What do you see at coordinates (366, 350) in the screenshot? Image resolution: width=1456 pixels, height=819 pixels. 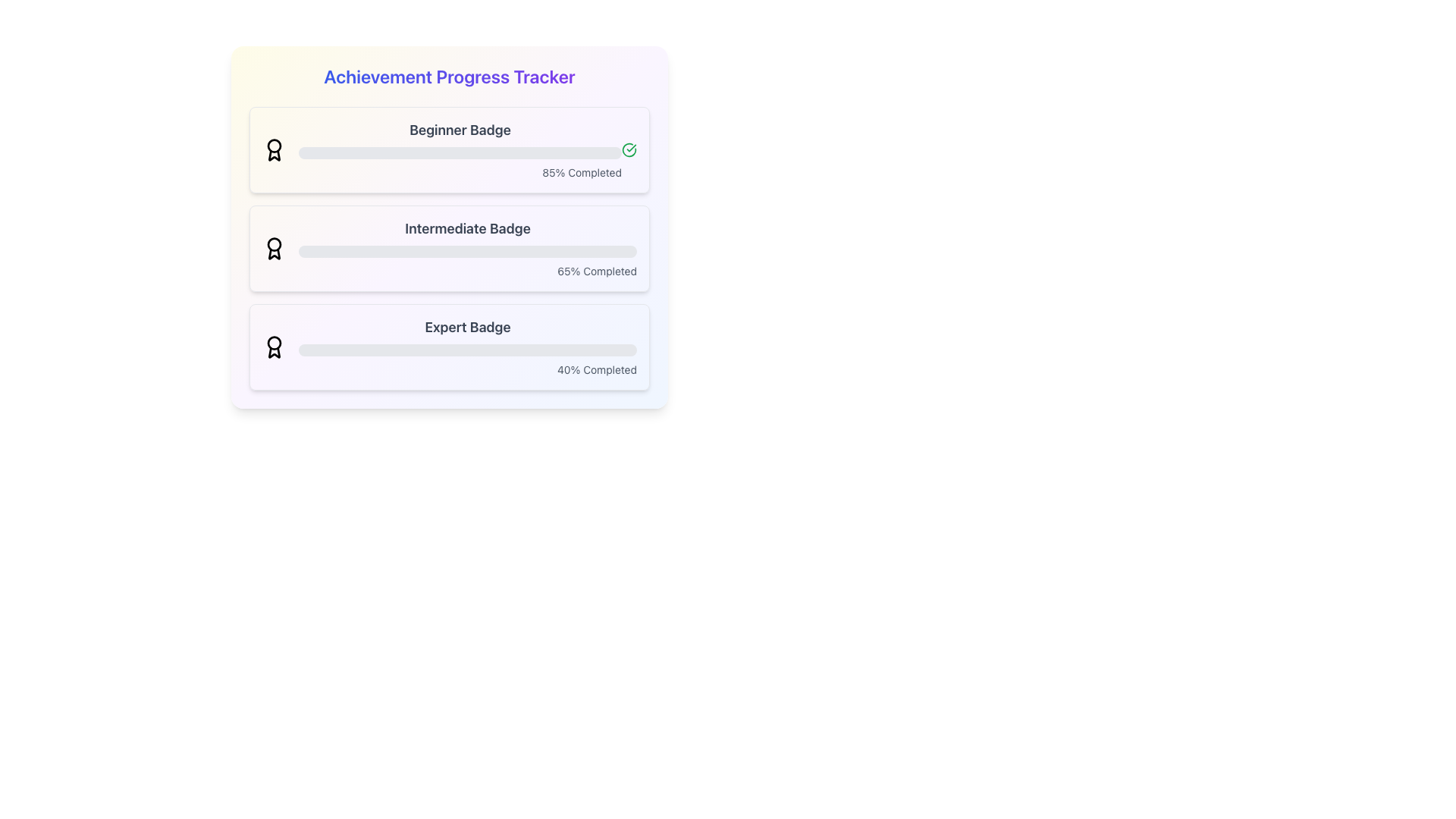 I see `the progress visually on the progress bar representing the completion towards the 'Expert Badge', which shows a 40% completion level` at bounding box center [366, 350].